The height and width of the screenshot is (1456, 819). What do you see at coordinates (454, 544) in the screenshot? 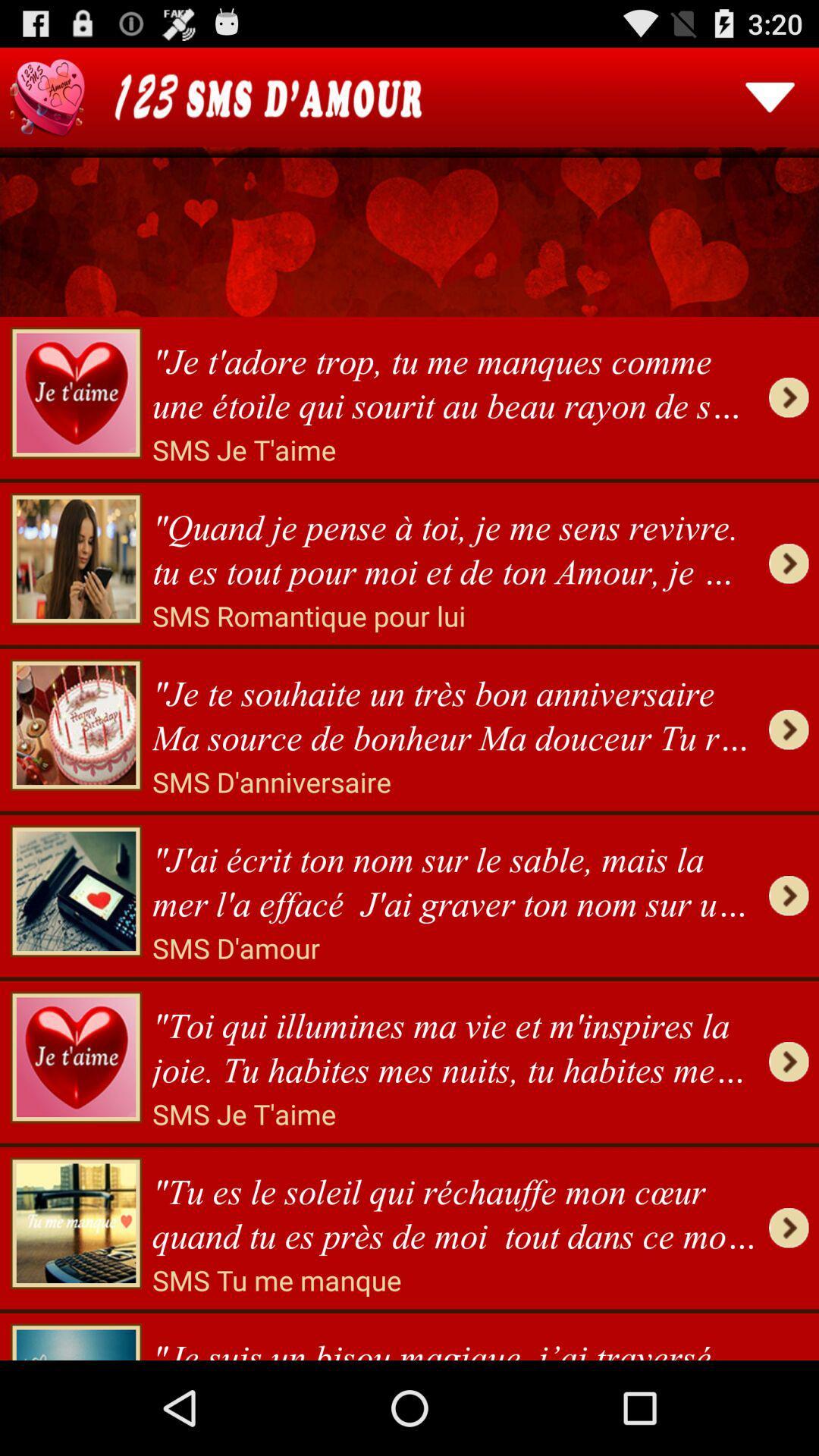
I see `app above sms romantique pour` at bounding box center [454, 544].